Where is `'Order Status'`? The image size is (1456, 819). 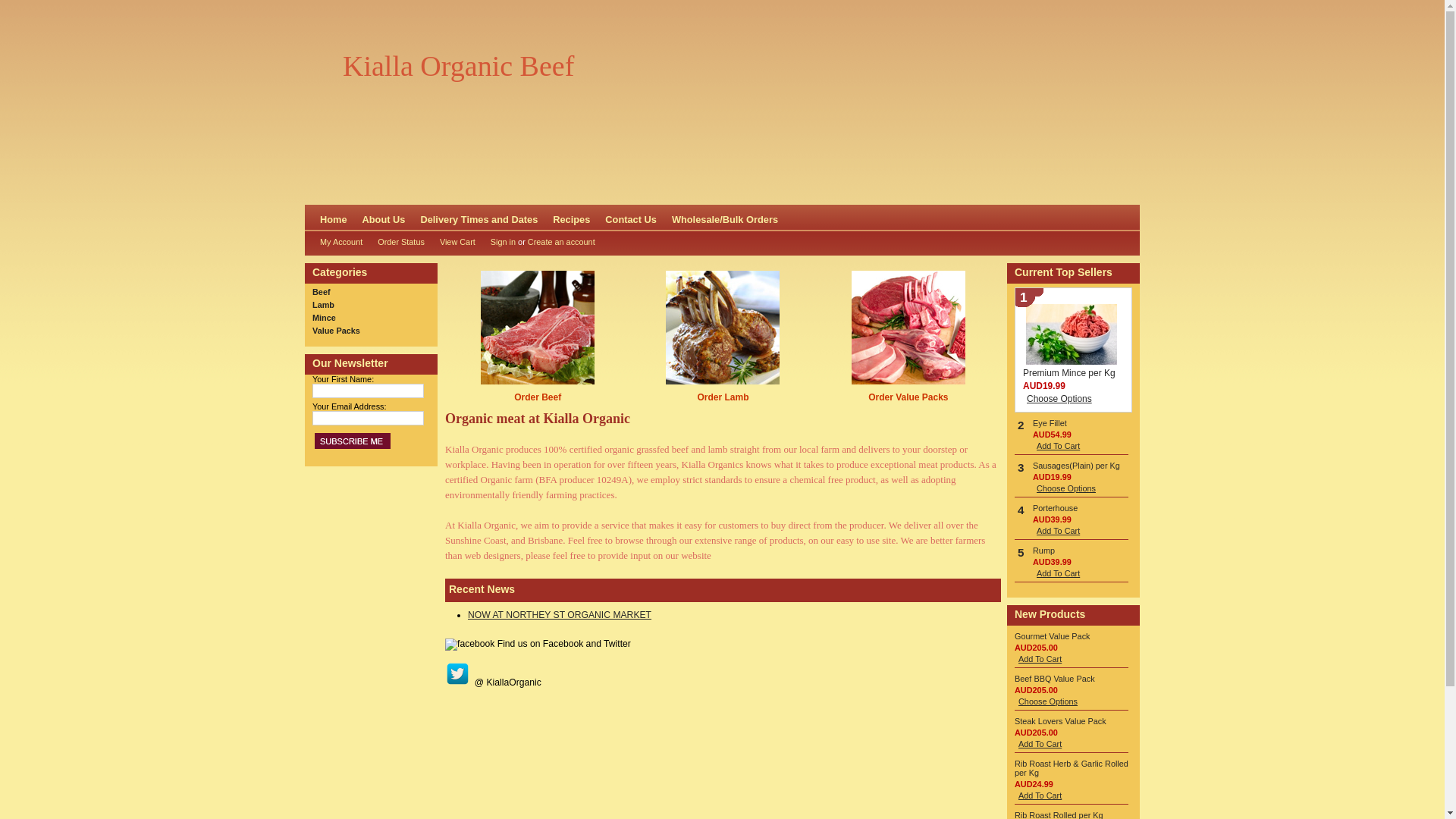
'Order Status' is located at coordinates (397, 241).